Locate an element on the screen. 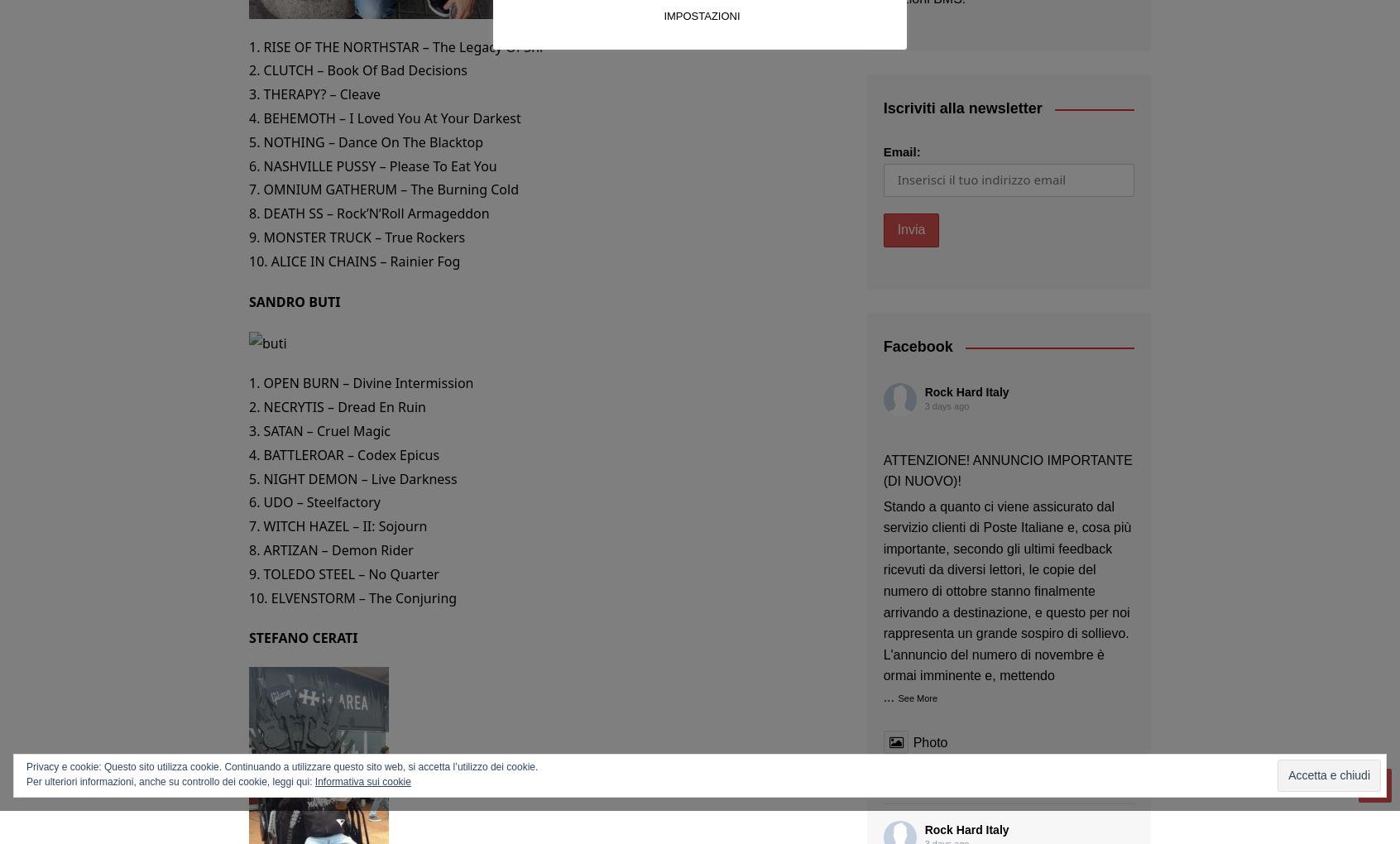  '9. MONSTER TRUCK – True Rockers' is located at coordinates (248, 236).